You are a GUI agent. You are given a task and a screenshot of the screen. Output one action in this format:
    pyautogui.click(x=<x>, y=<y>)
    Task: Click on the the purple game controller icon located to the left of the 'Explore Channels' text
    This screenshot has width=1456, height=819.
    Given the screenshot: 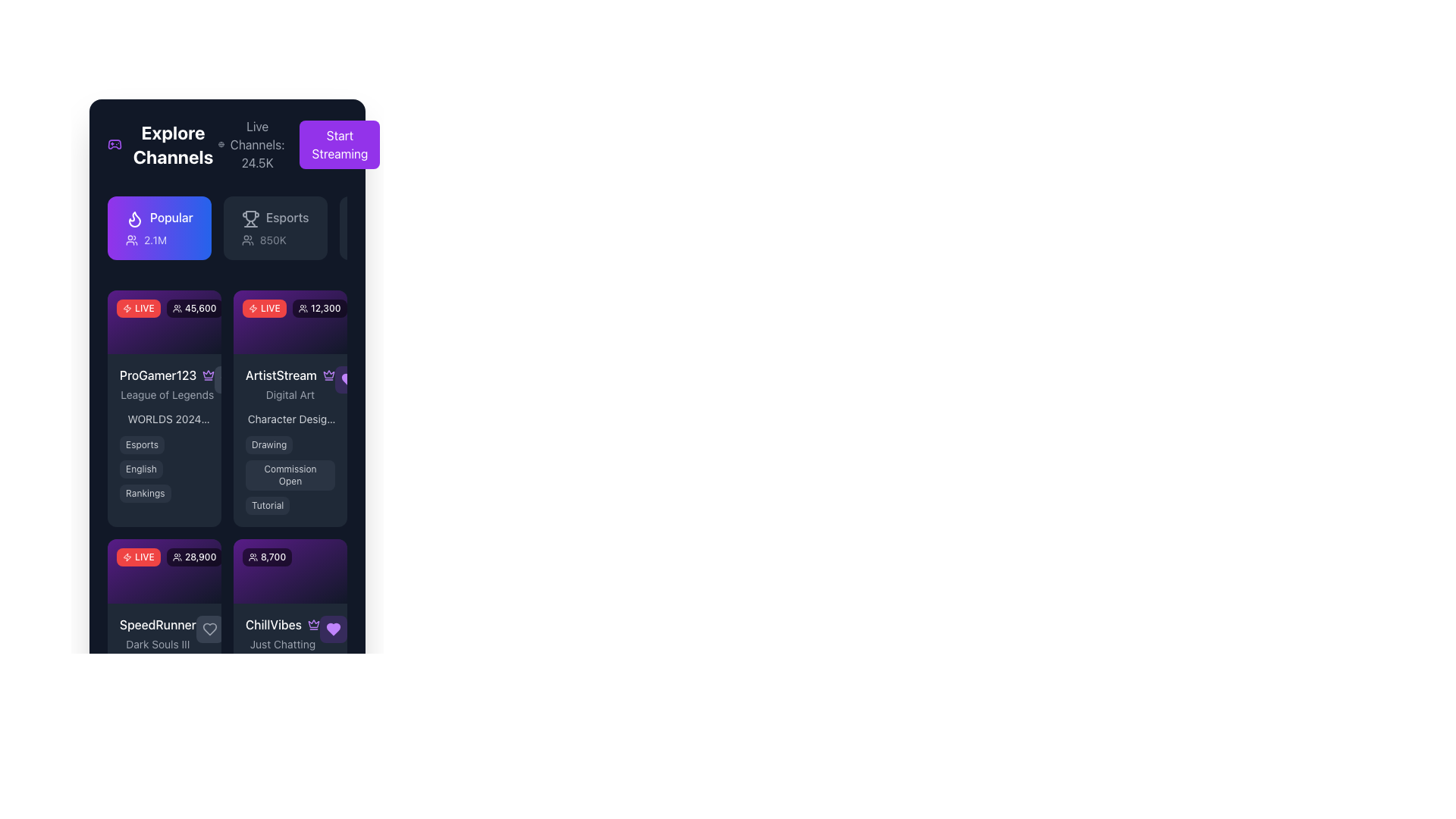 What is the action you would take?
    pyautogui.click(x=114, y=145)
    